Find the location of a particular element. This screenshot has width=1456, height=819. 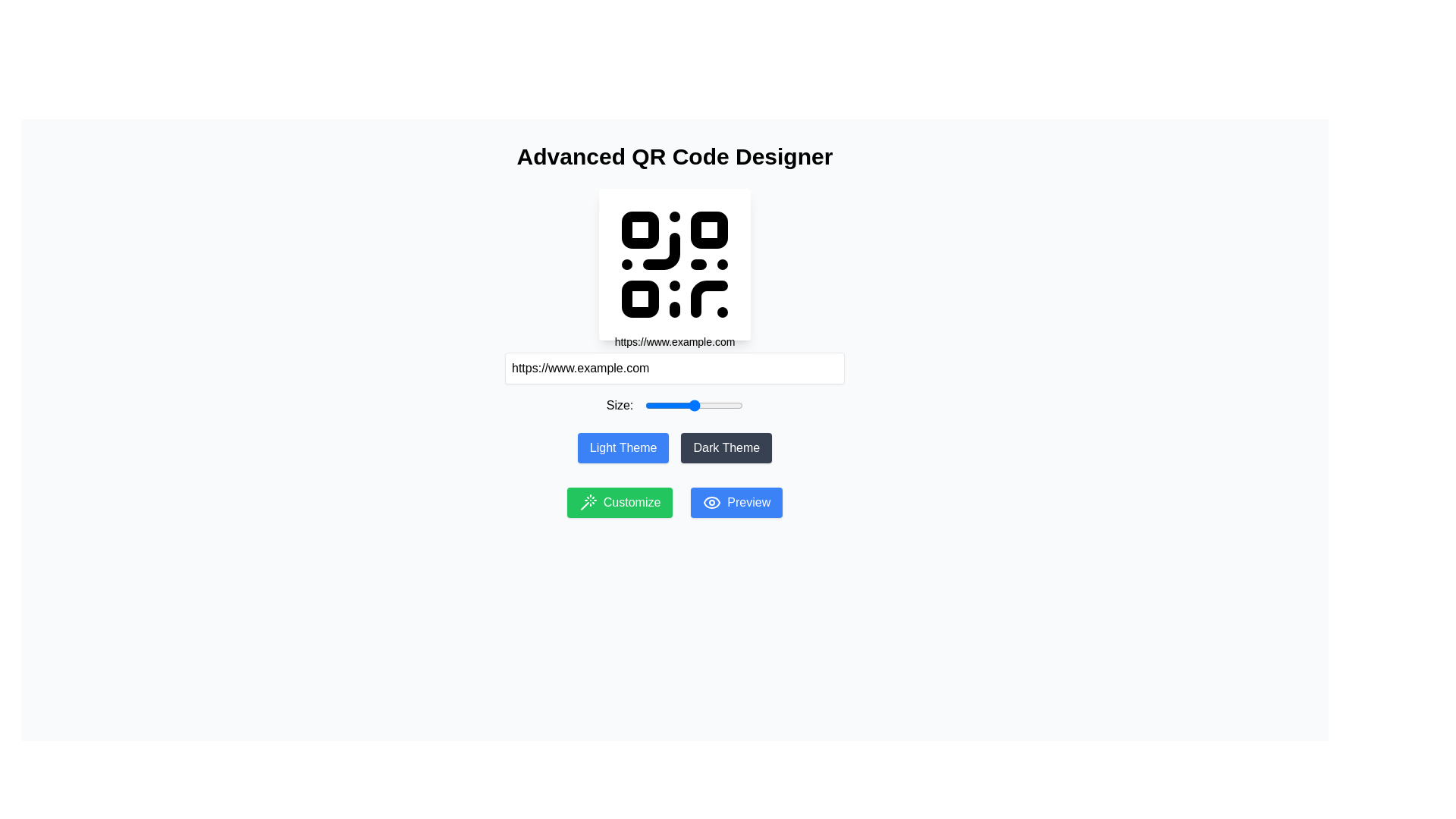

the size value is located at coordinates (738, 405).